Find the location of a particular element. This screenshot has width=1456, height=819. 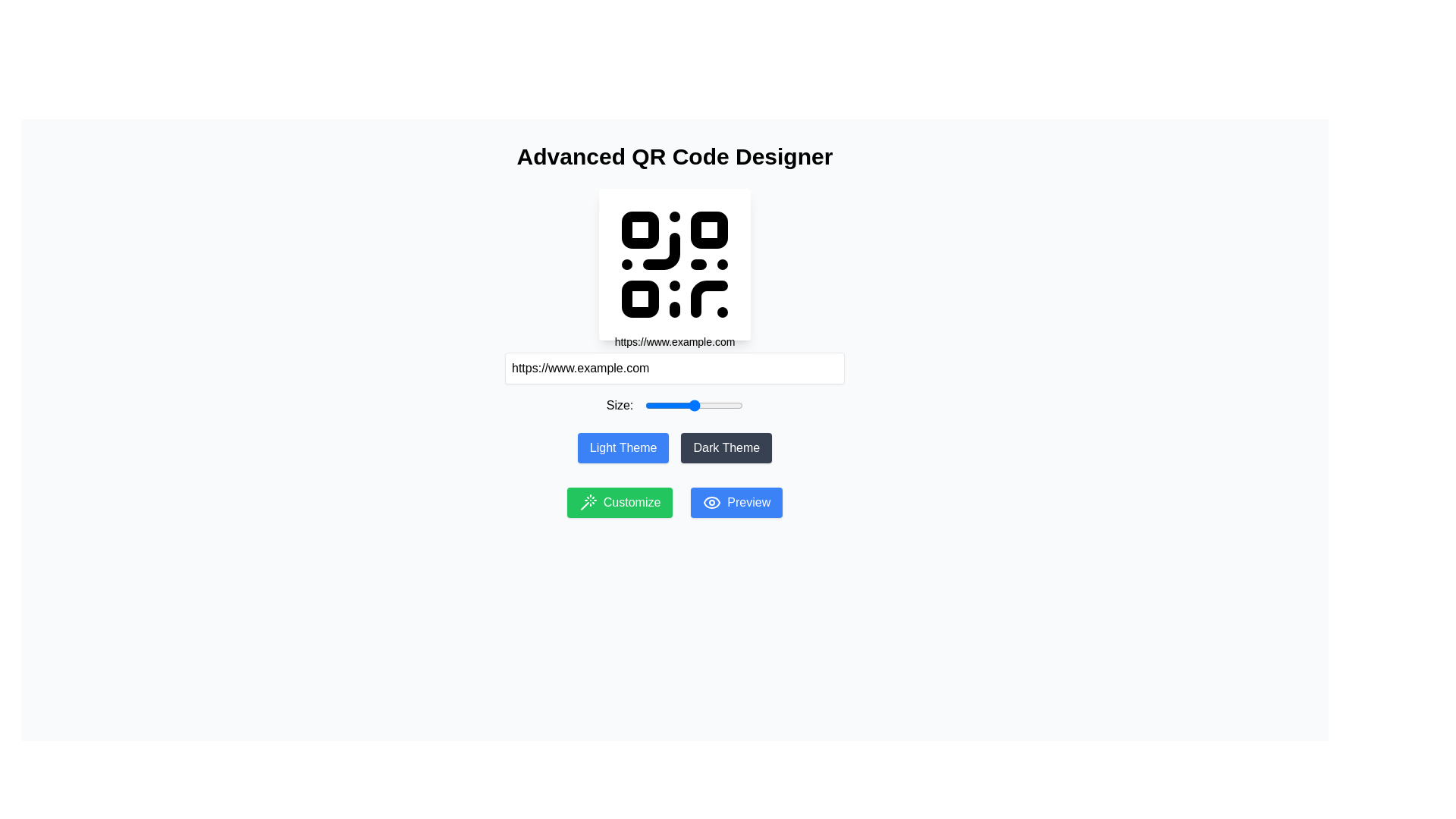

the size value is located at coordinates (738, 405).